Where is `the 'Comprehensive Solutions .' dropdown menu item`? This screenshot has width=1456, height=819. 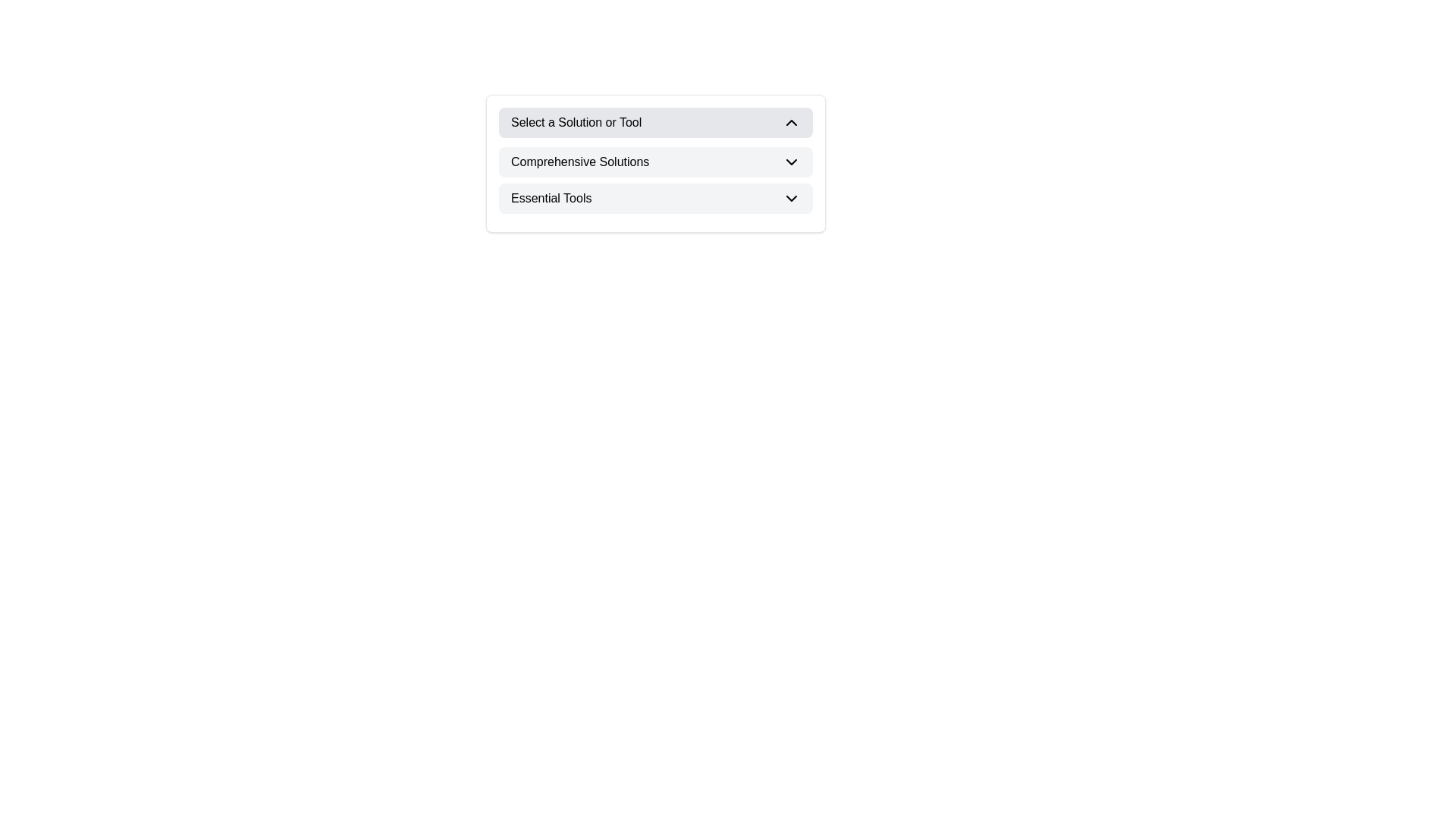
the 'Comprehensive Solutions .' dropdown menu item is located at coordinates (655, 162).